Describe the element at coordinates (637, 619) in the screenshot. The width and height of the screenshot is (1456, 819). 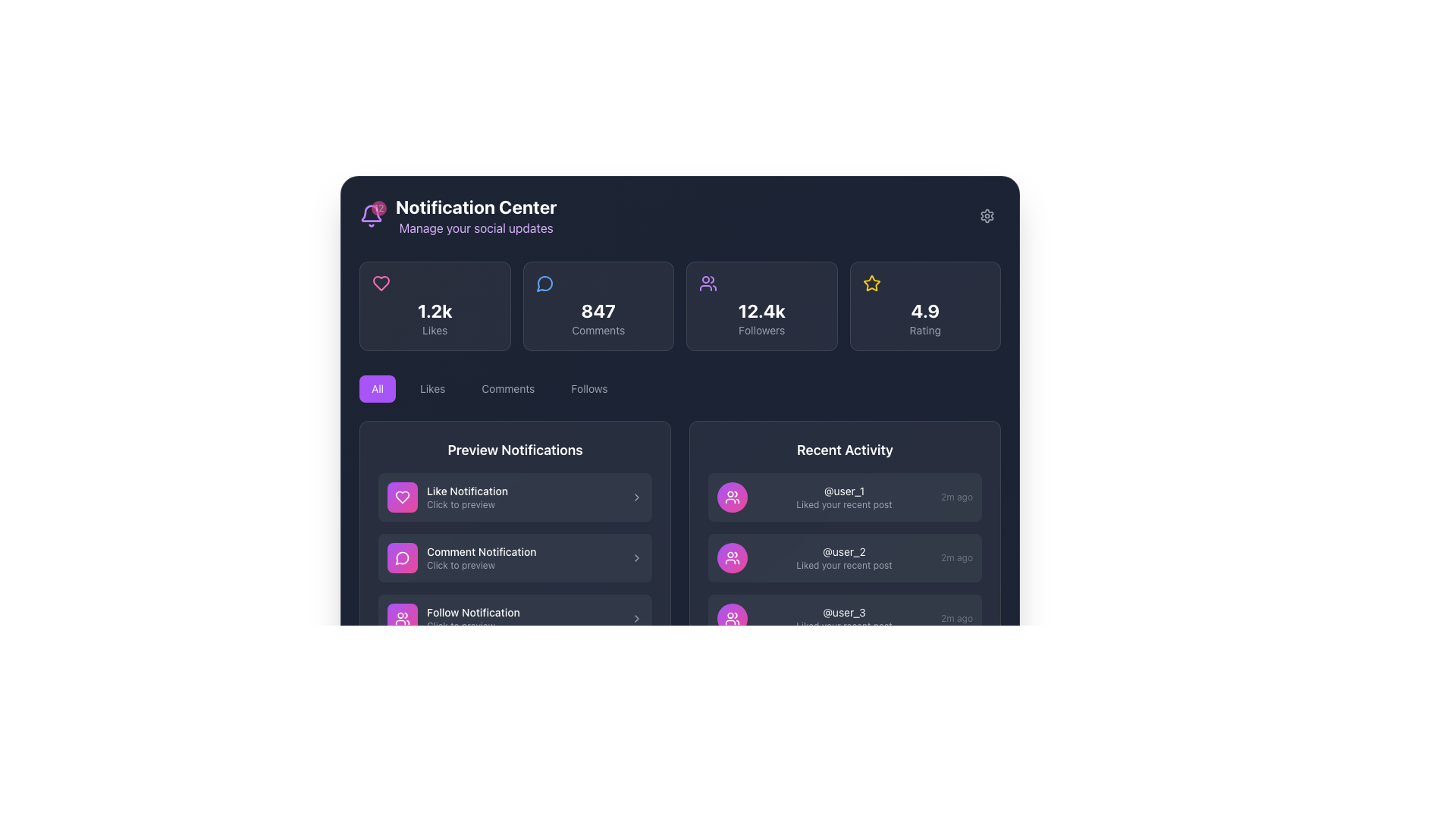
I see `the right-pointing chevron icon styled in light gray, located to the right of the 'Follow Notification' text in the 'Preview Notifications' list, to potentially reveal additional information or a visual effect` at that location.